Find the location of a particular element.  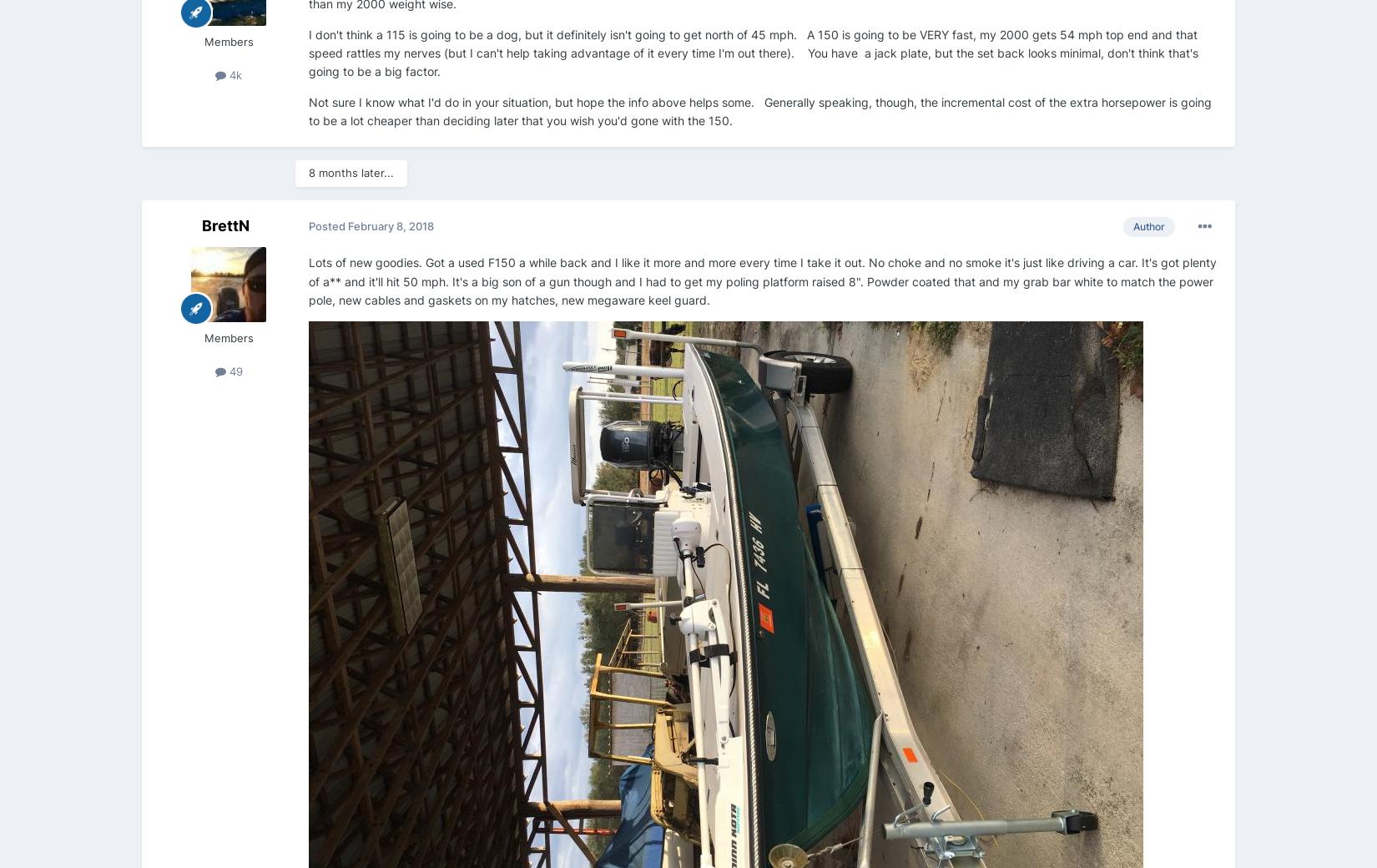

'Posted' is located at coordinates (328, 225).